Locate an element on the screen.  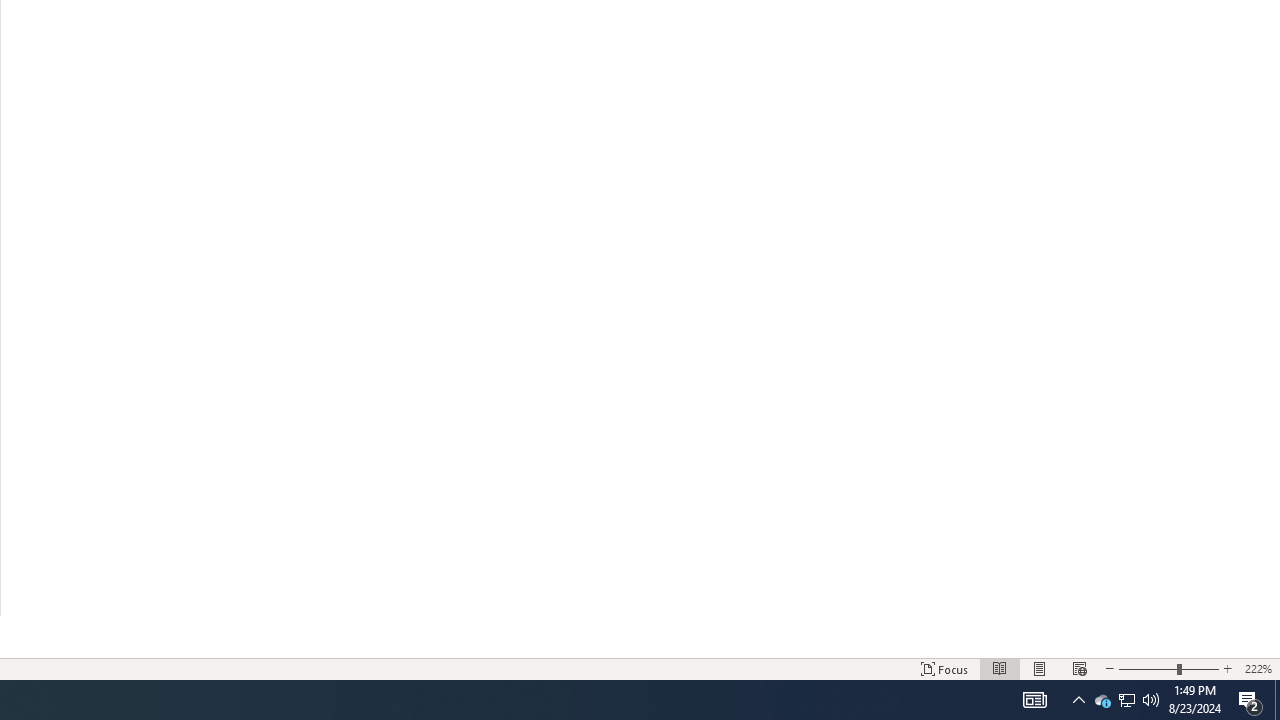
'Read Mode' is located at coordinates (1000, 669).